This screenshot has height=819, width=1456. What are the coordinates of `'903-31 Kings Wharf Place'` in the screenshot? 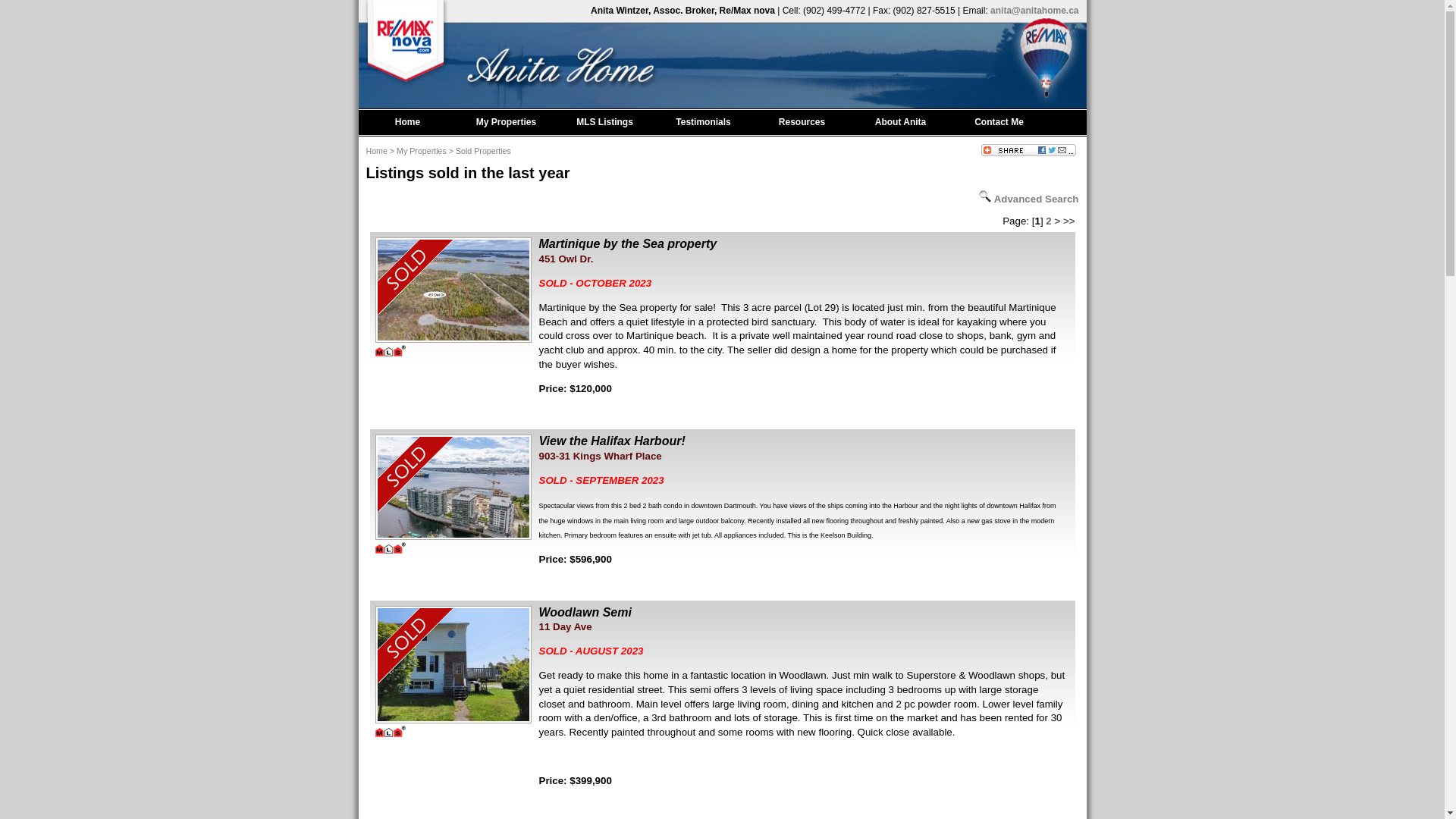 It's located at (599, 455).